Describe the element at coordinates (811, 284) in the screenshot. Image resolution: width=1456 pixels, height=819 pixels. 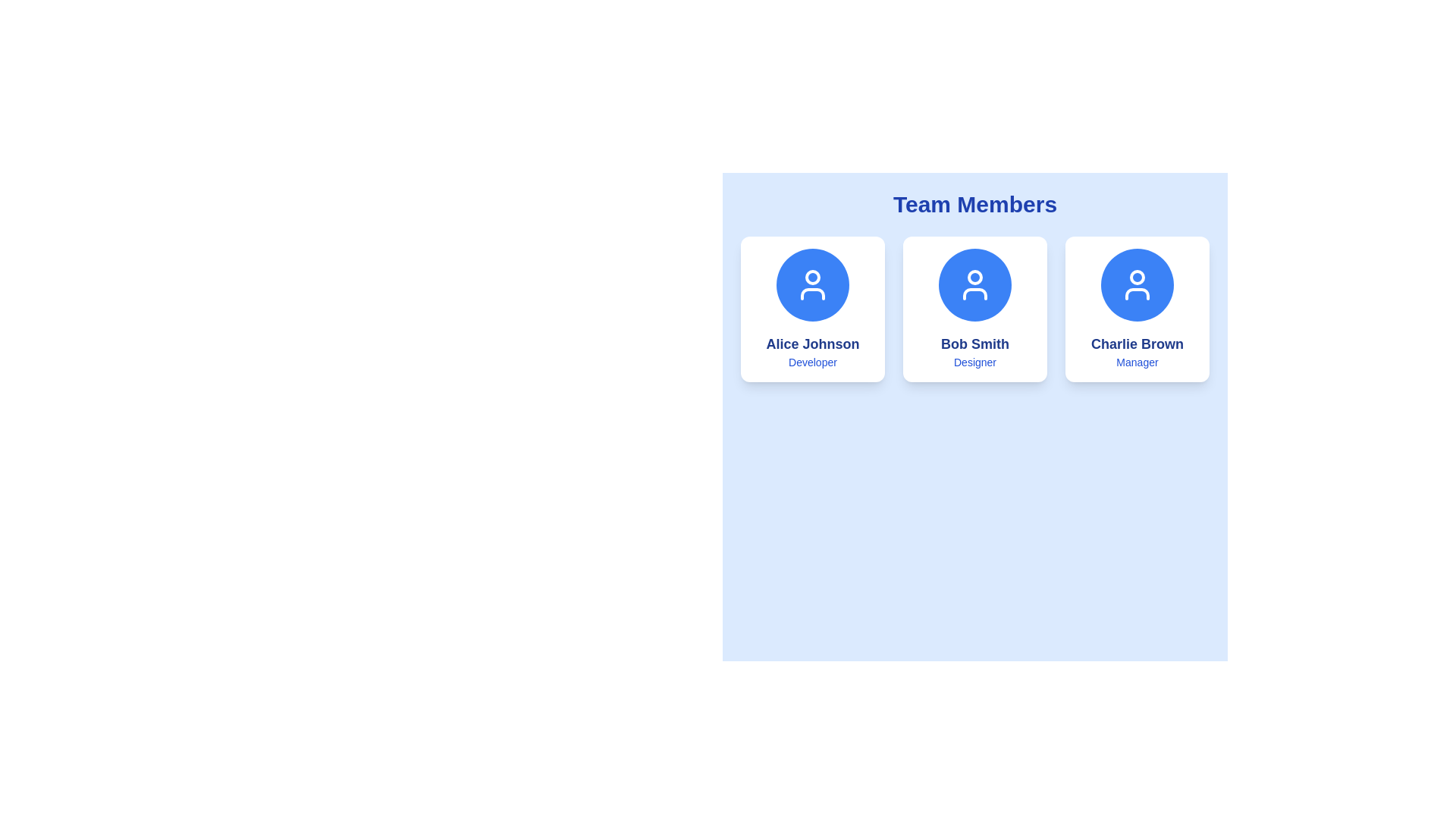
I see `the profile image icon of 'Alice Johnson'` at that location.